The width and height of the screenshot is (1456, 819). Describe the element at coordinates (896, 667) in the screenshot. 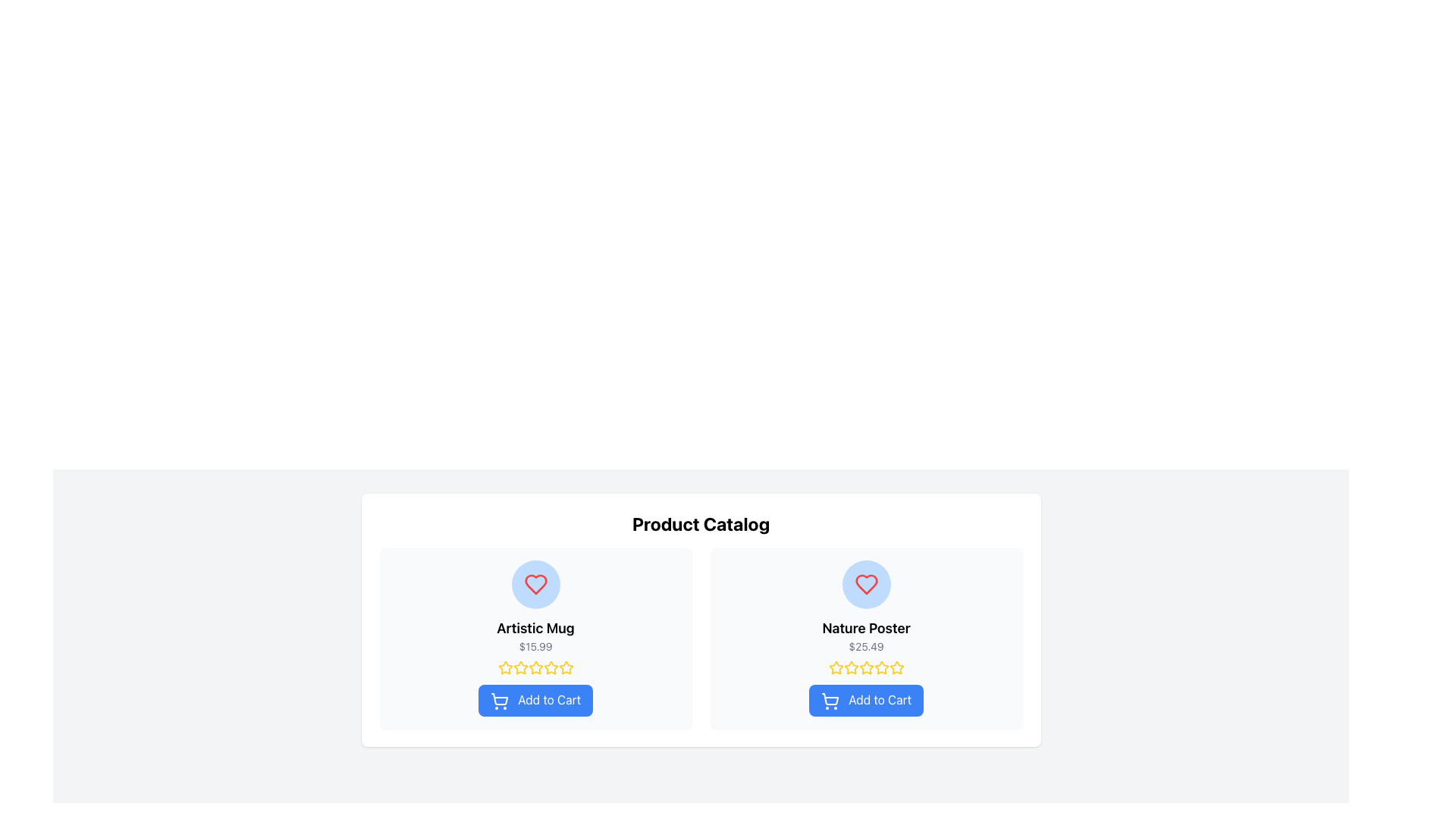

I see `the fifth star icon representing the highest rating in the 5-star rating system for the product 'Nature Poster'` at that location.